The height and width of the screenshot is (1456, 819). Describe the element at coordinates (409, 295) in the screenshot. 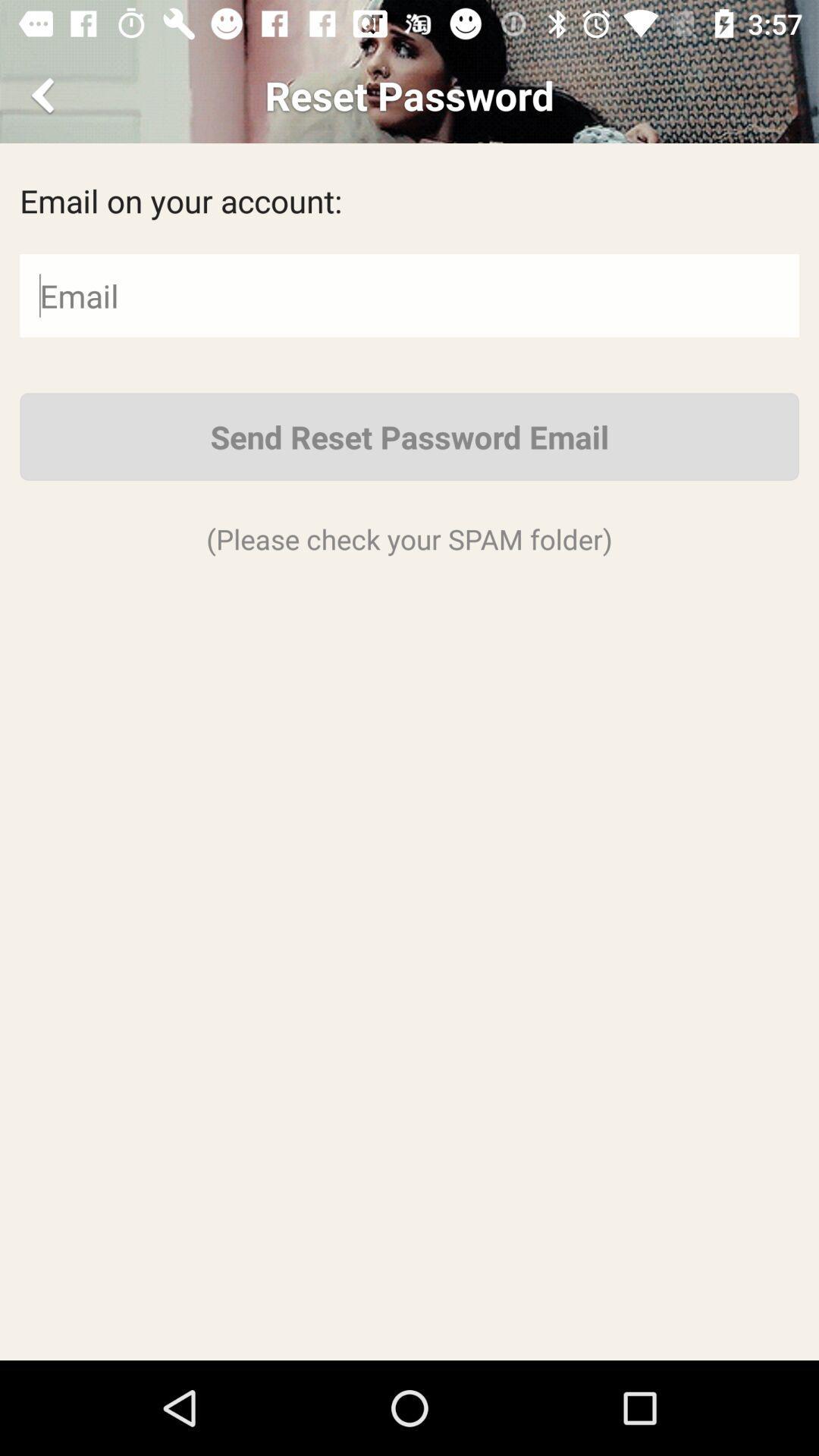

I see `email` at that location.